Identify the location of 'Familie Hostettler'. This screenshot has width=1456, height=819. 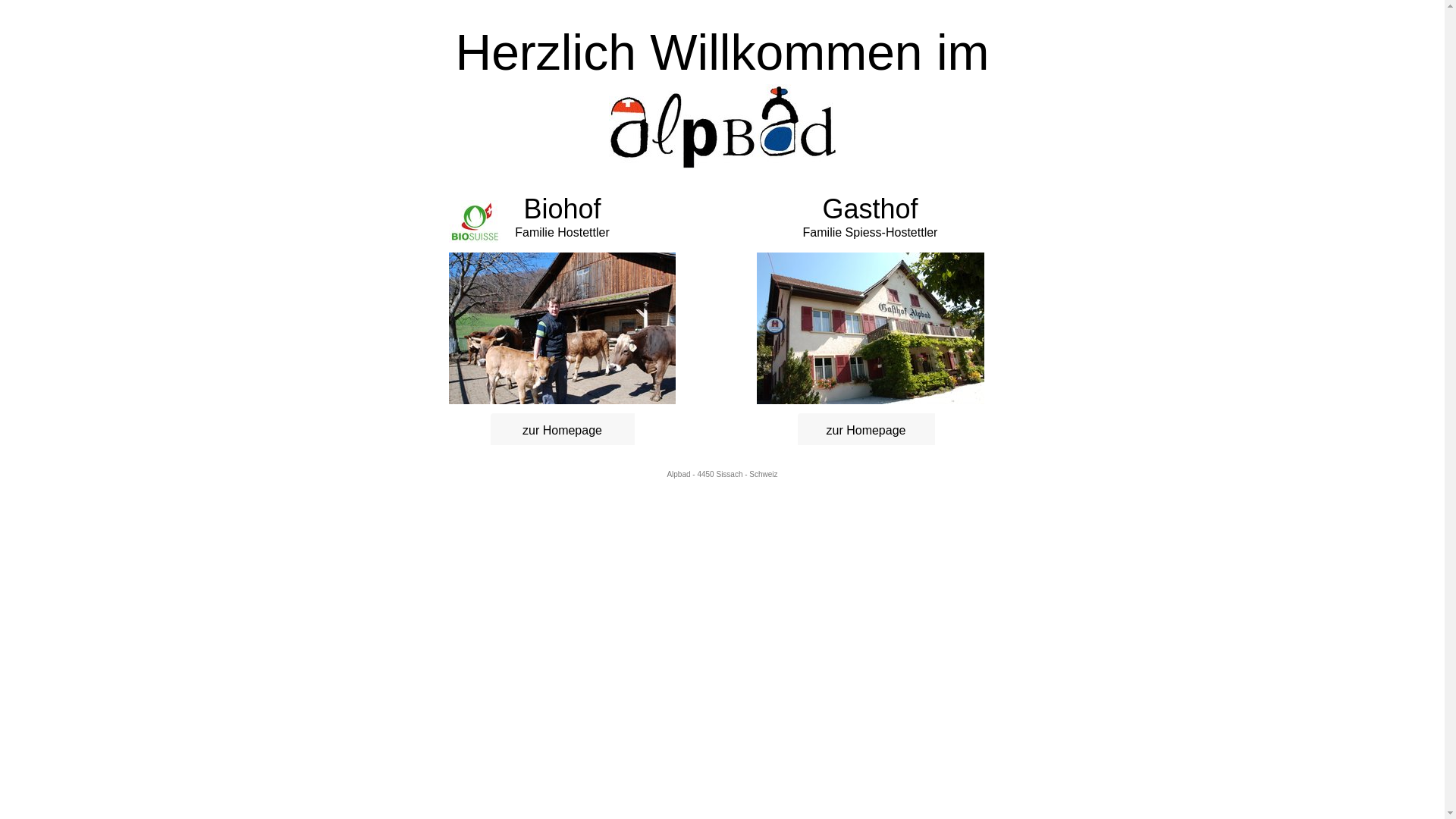
(514, 232).